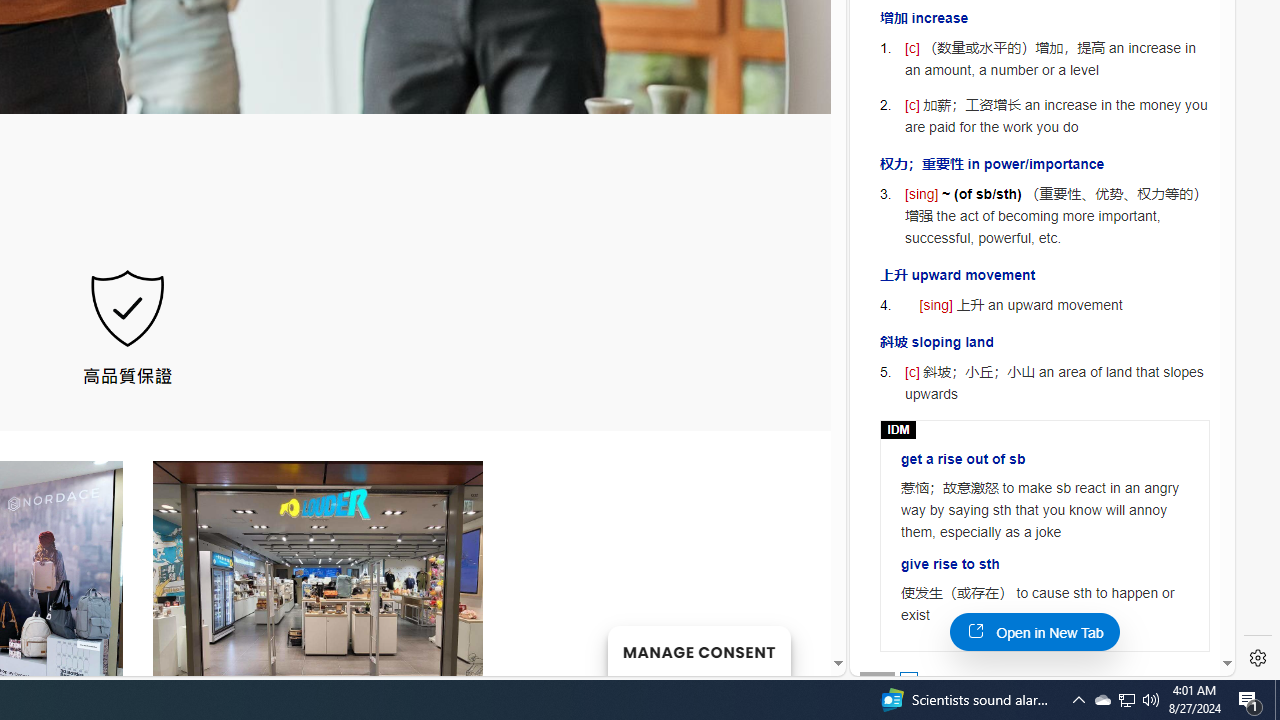 This screenshot has width=1280, height=720. I want to click on 'MANAGE CONSENT', so click(698, 650).